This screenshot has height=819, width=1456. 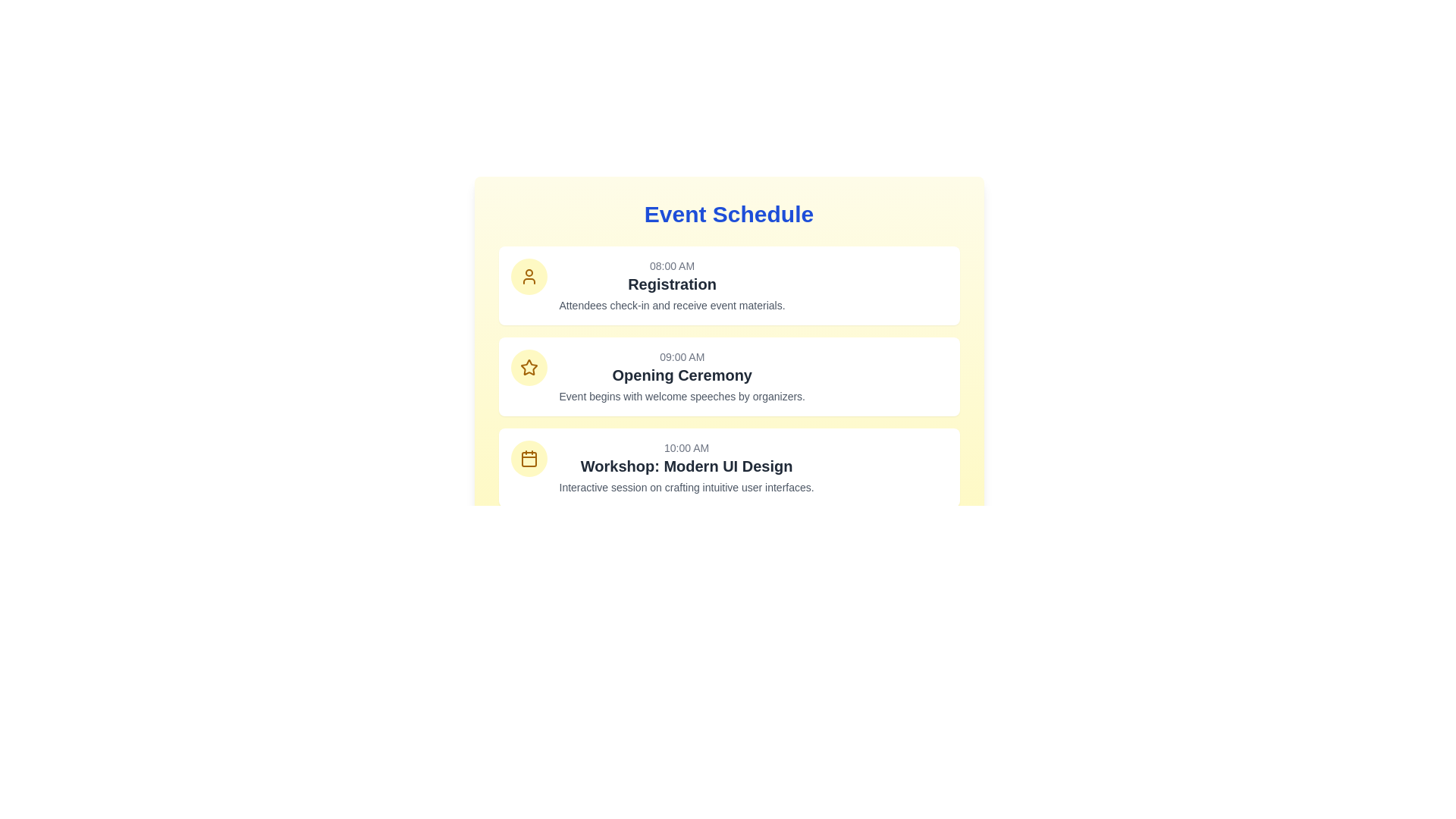 What do you see at coordinates (681, 356) in the screenshot?
I see `the timestamp text label located at the top of the second event block in the event schedule` at bounding box center [681, 356].